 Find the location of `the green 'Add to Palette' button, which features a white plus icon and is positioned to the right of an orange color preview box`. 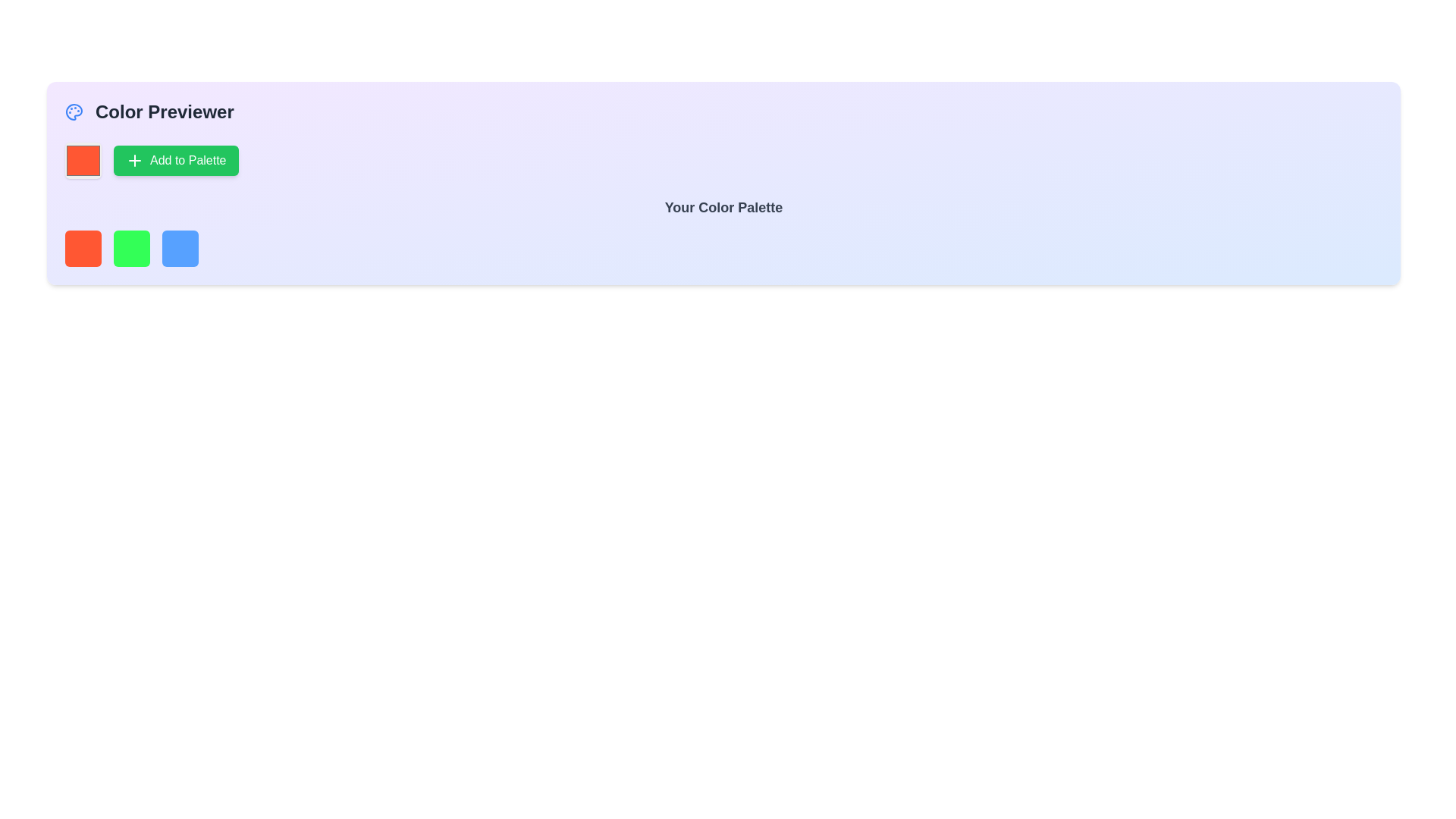

the green 'Add to Palette' button, which features a white plus icon and is positioned to the right of an orange color preview box is located at coordinates (175, 161).